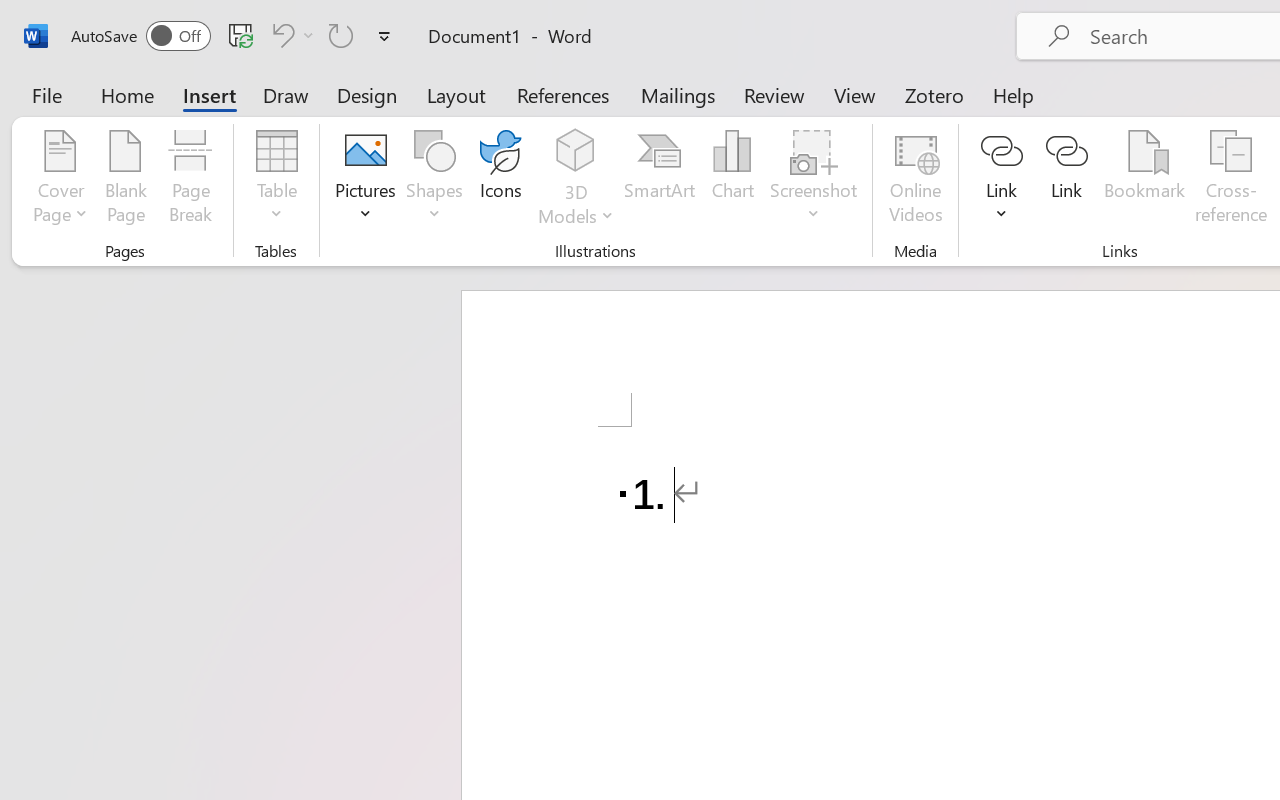 The image size is (1280, 800). What do you see at coordinates (814, 179) in the screenshot?
I see `'Screenshot'` at bounding box center [814, 179].